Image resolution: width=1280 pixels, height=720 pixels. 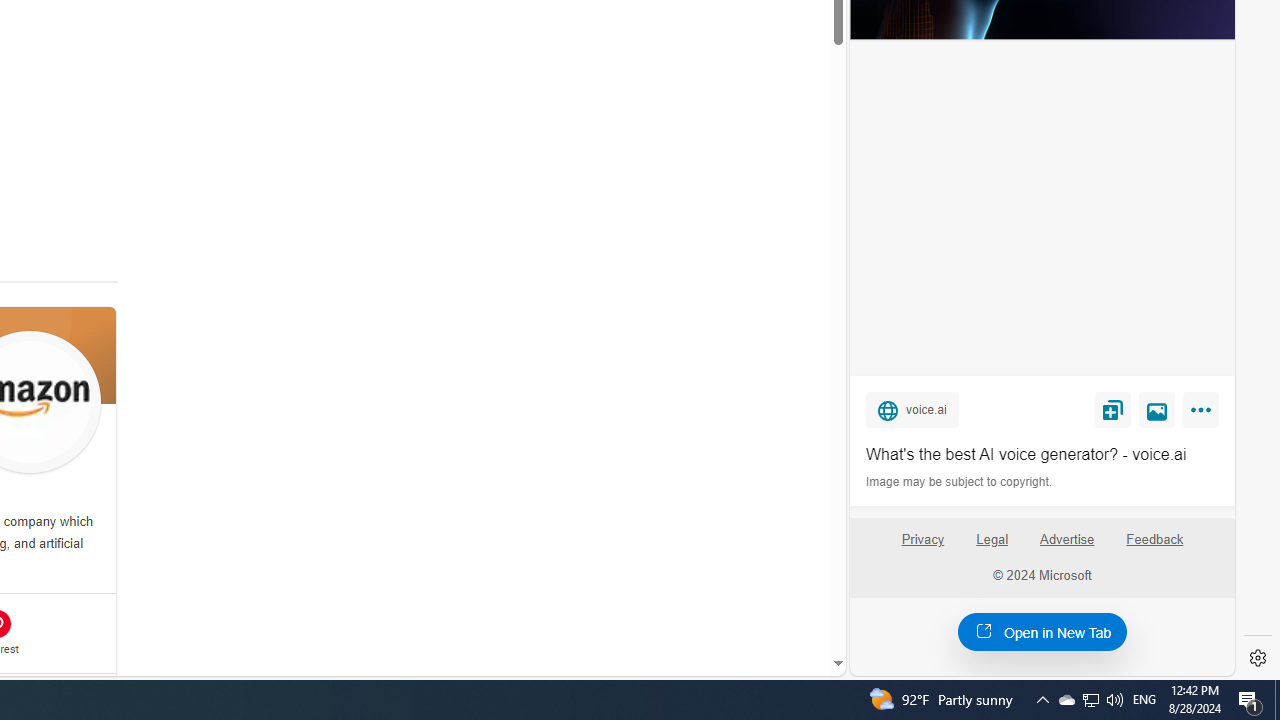 What do you see at coordinates (1041, 631) in the screenshot?
I see `'Open in New Tab'` at bounding box center [1041, 631].